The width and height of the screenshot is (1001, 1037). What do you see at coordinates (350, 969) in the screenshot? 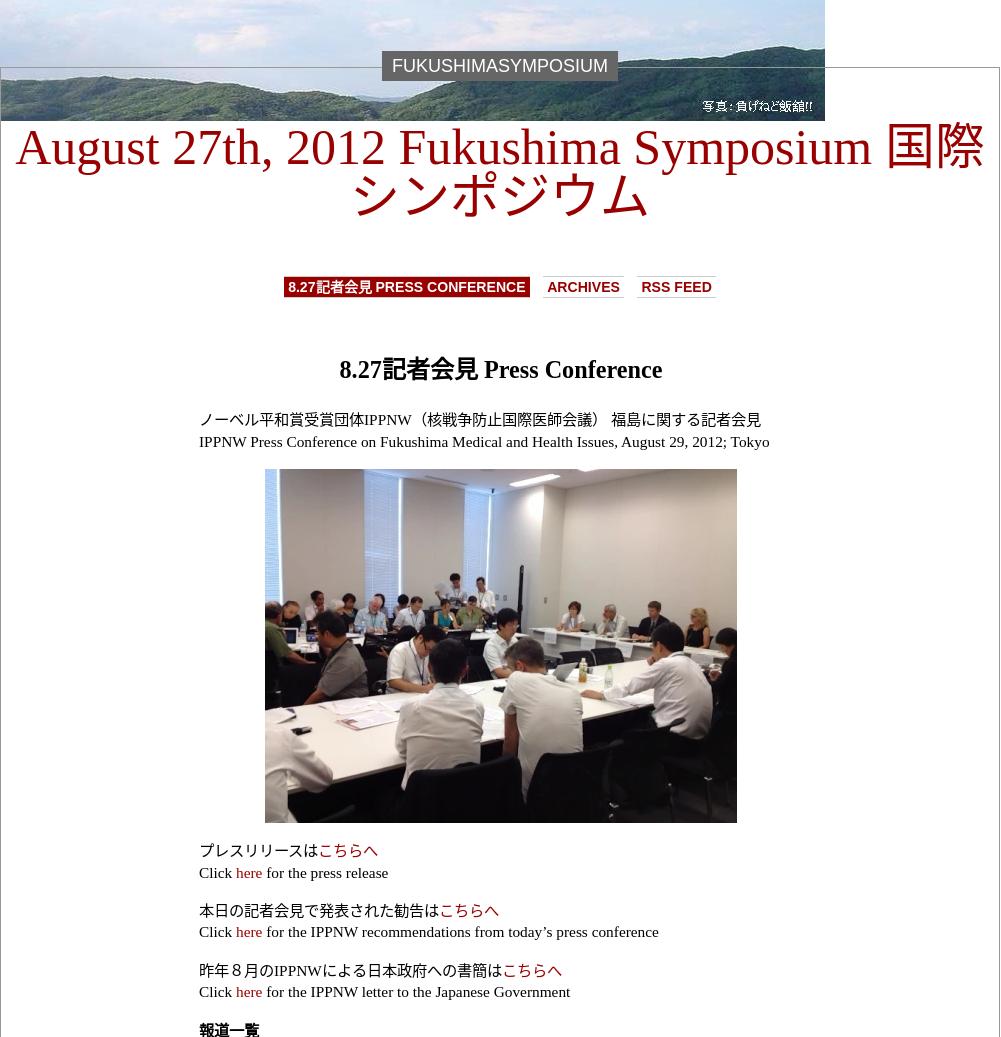
I see `'昨年８月のIPPNWによる日本政府への書簡は'` at bounding box center [350, 969].